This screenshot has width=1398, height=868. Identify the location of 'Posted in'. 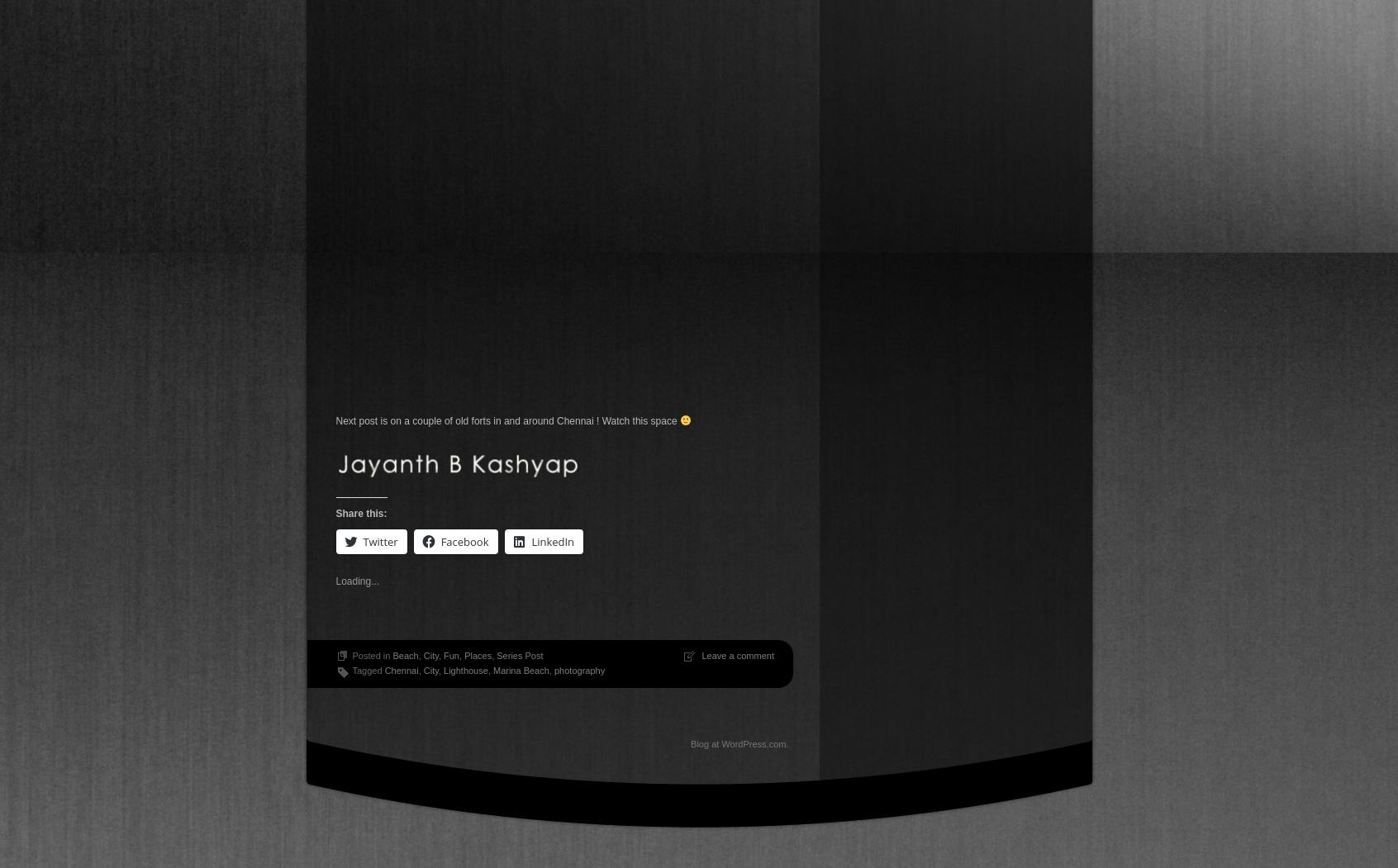
(370, 655).